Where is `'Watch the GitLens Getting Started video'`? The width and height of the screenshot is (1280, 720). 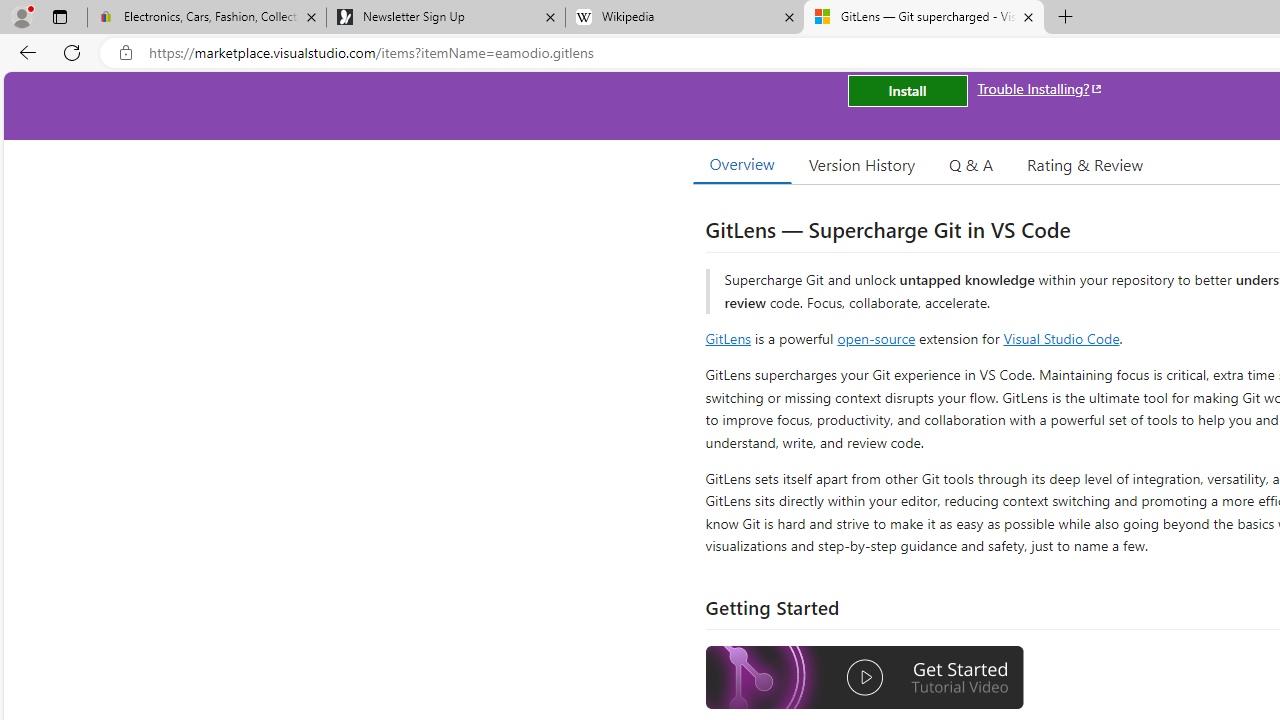
'Watch the GitLens Getting Started video' is located at coordinates (865, 677).